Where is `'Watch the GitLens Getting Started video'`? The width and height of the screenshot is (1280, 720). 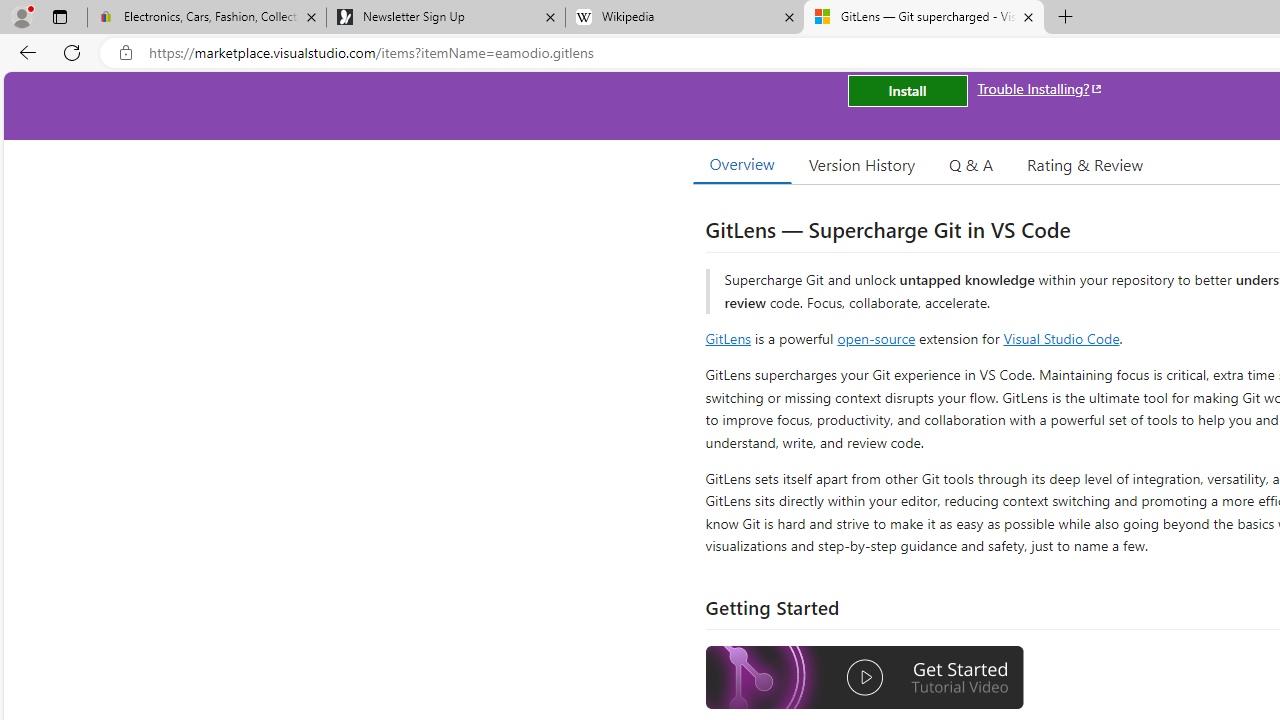
'Watch the GitLens Getting Started video' is located at coordinates (865, 677).